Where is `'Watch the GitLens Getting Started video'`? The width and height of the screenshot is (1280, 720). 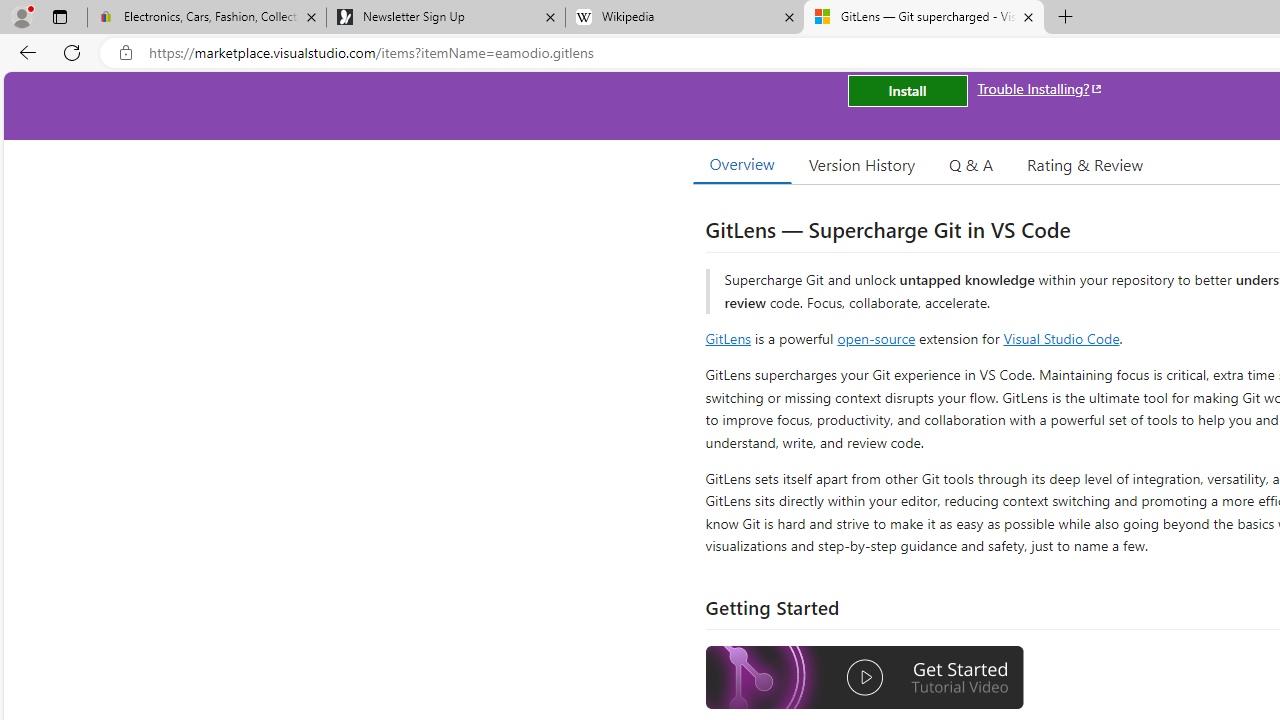
'Watch the GitLens Getting Started video' is located at coordinates (865, 677).